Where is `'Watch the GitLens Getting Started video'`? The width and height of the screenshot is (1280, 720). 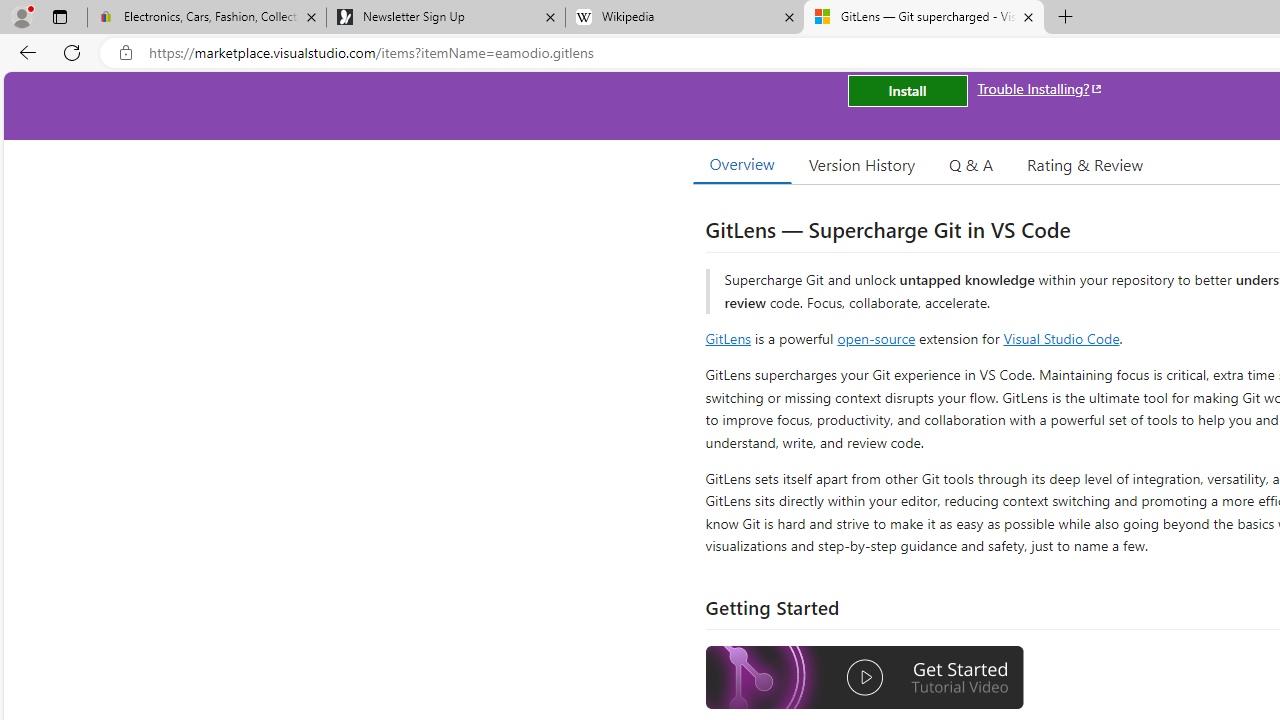
'Watch the GitLens Getting Started video' is located at coordinates (865, 677).